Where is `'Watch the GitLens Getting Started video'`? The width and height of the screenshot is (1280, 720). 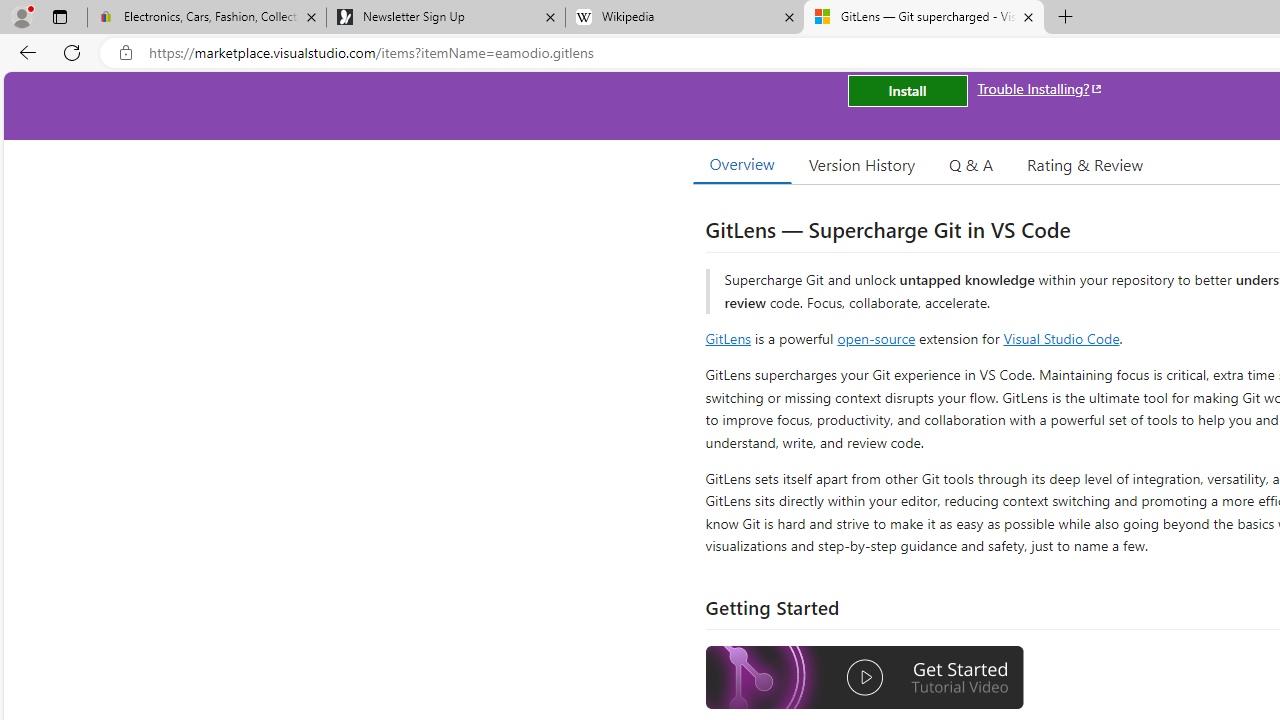
'Watch the GitLens Getting Started video' is located at coordinates (865, 677).